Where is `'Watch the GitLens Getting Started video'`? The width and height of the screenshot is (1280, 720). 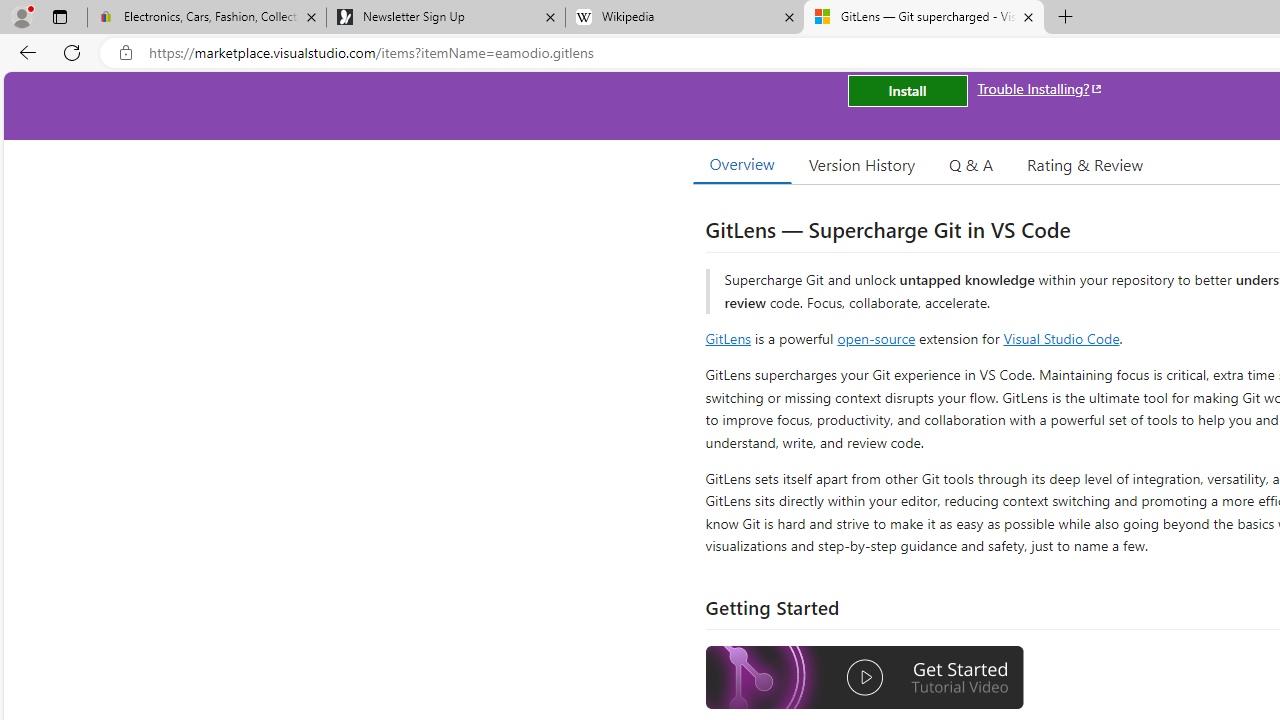
'Watch the GitLens Getting Started video' is located at coordinates (865, 677).